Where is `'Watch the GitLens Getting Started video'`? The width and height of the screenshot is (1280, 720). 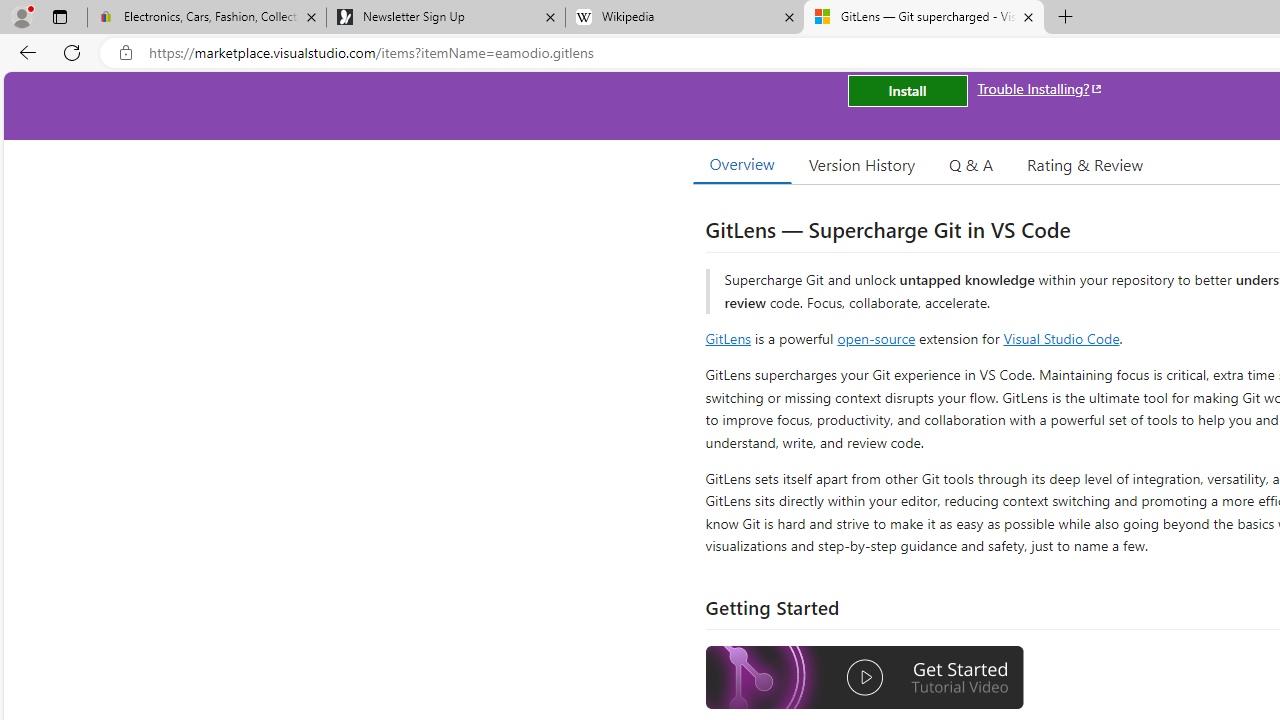
'Watch the GitLens Getting Started video' is located at coordinates (865, 677).